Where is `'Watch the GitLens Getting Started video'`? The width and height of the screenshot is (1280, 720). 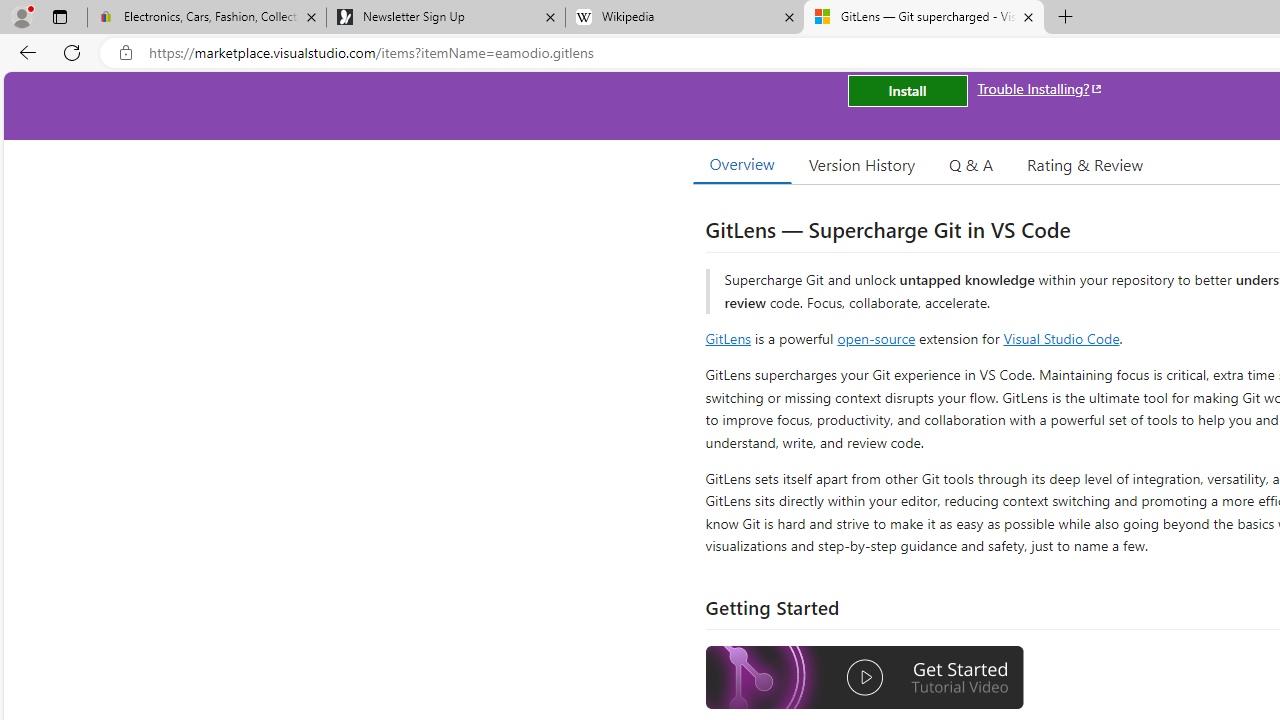
'Watch the GitLens Getting Started video' is located at coordinates (865, 677).